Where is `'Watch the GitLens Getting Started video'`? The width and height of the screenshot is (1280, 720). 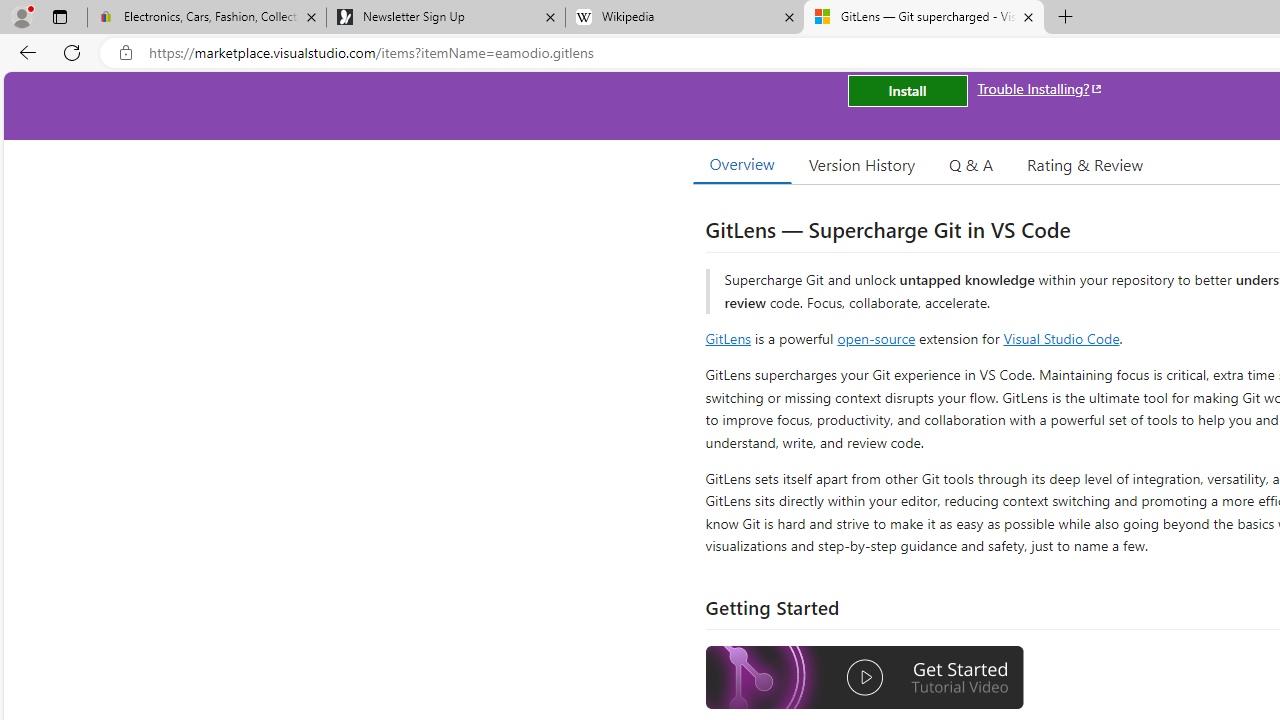
'Watch the GitLens Getting Started video' is located at coordinates (865, 677).